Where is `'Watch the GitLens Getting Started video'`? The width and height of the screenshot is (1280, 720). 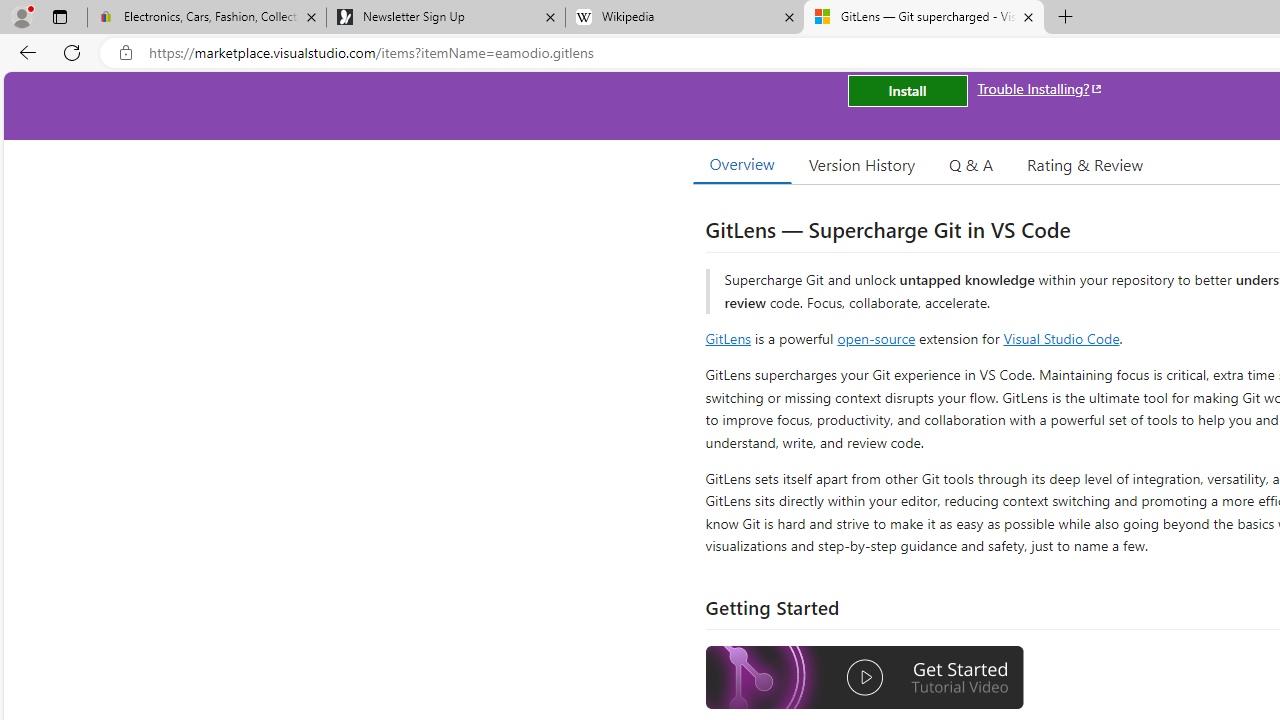
'Watch the GitLens Getting Started video' is located at coordinates (865, 677).